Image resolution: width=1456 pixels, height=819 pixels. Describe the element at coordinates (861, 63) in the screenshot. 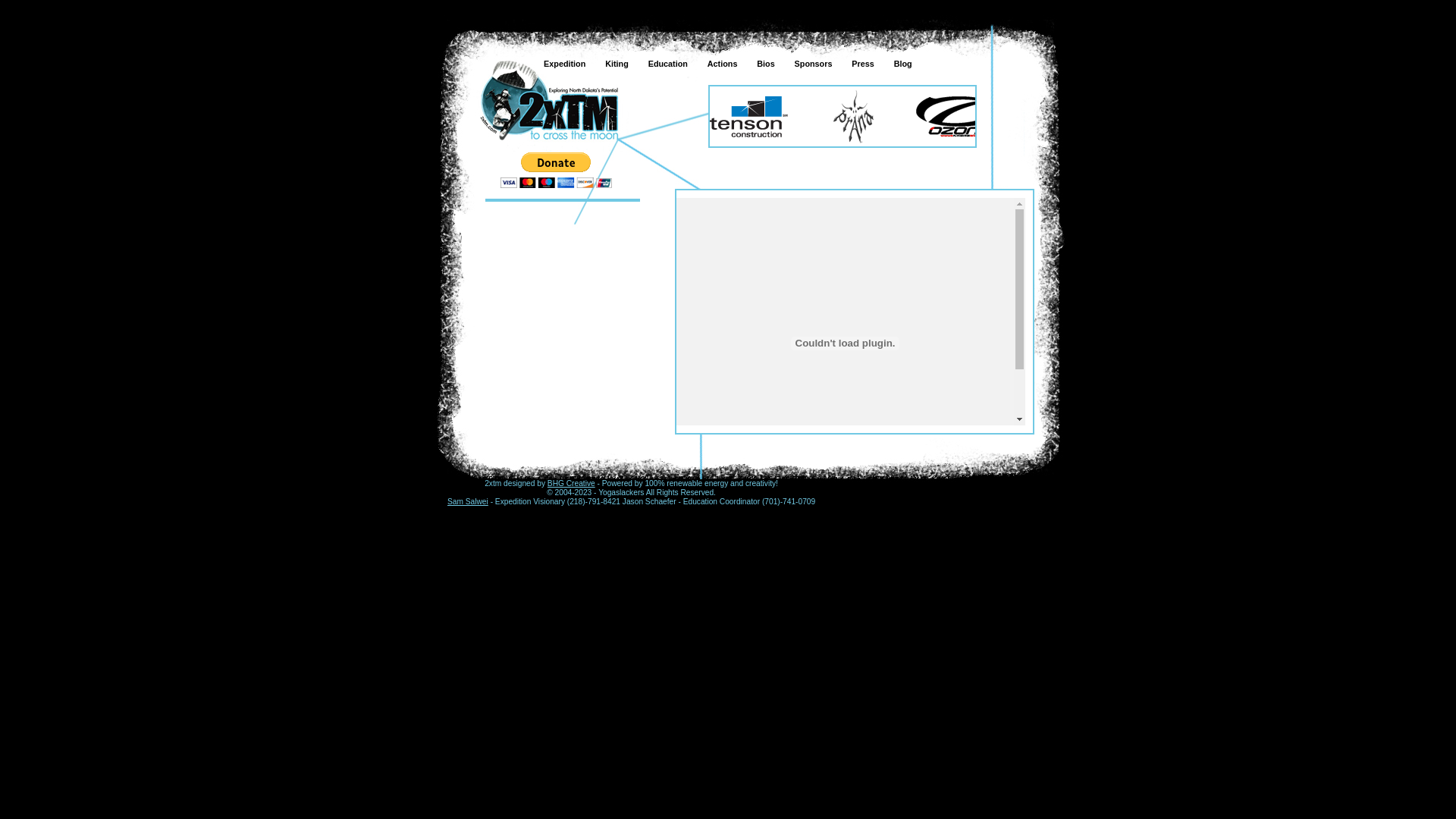

I see `'Press'` at that location.